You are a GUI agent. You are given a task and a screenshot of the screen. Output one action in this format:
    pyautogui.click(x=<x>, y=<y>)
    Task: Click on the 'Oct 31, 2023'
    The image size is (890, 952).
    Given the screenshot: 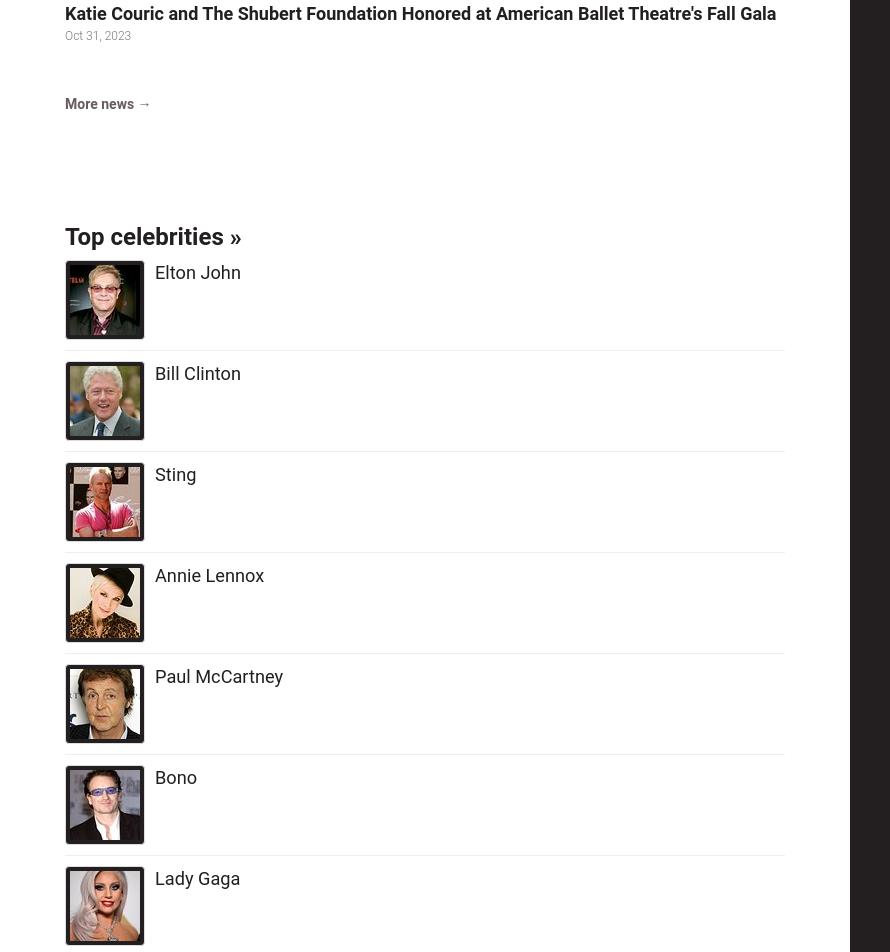 What is the action you would take?
    pyautogui.click(x=64, y=35)
    